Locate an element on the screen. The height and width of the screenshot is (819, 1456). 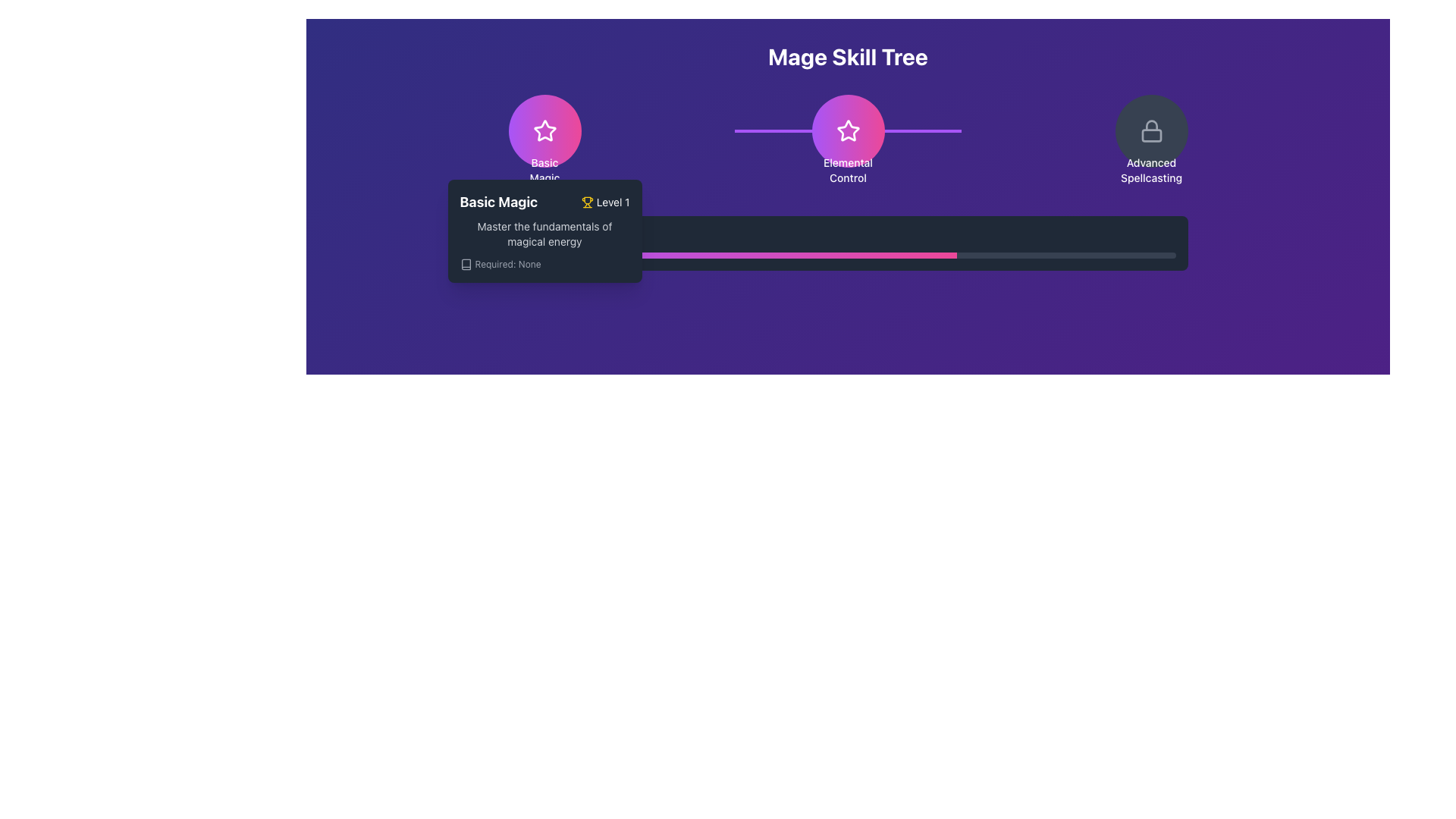
the Text heading that serves as the title for the 'Mage Skill Tree' section, located at the top center of the interface is located at coordinates (847, 55).